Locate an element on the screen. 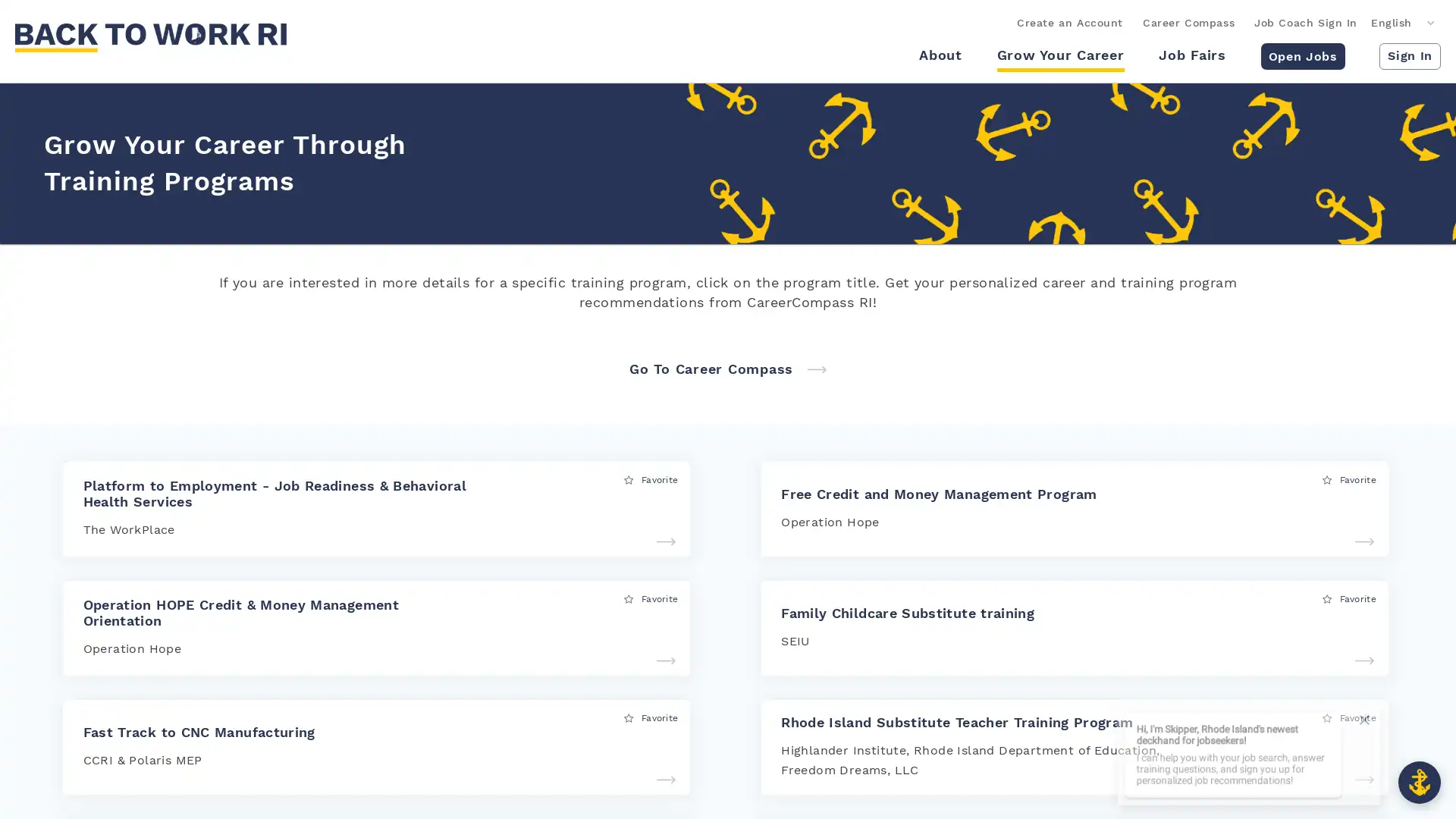 This screenshot has width=1456, height=819. not favorite Favorite is located at coordinates (651, 479).